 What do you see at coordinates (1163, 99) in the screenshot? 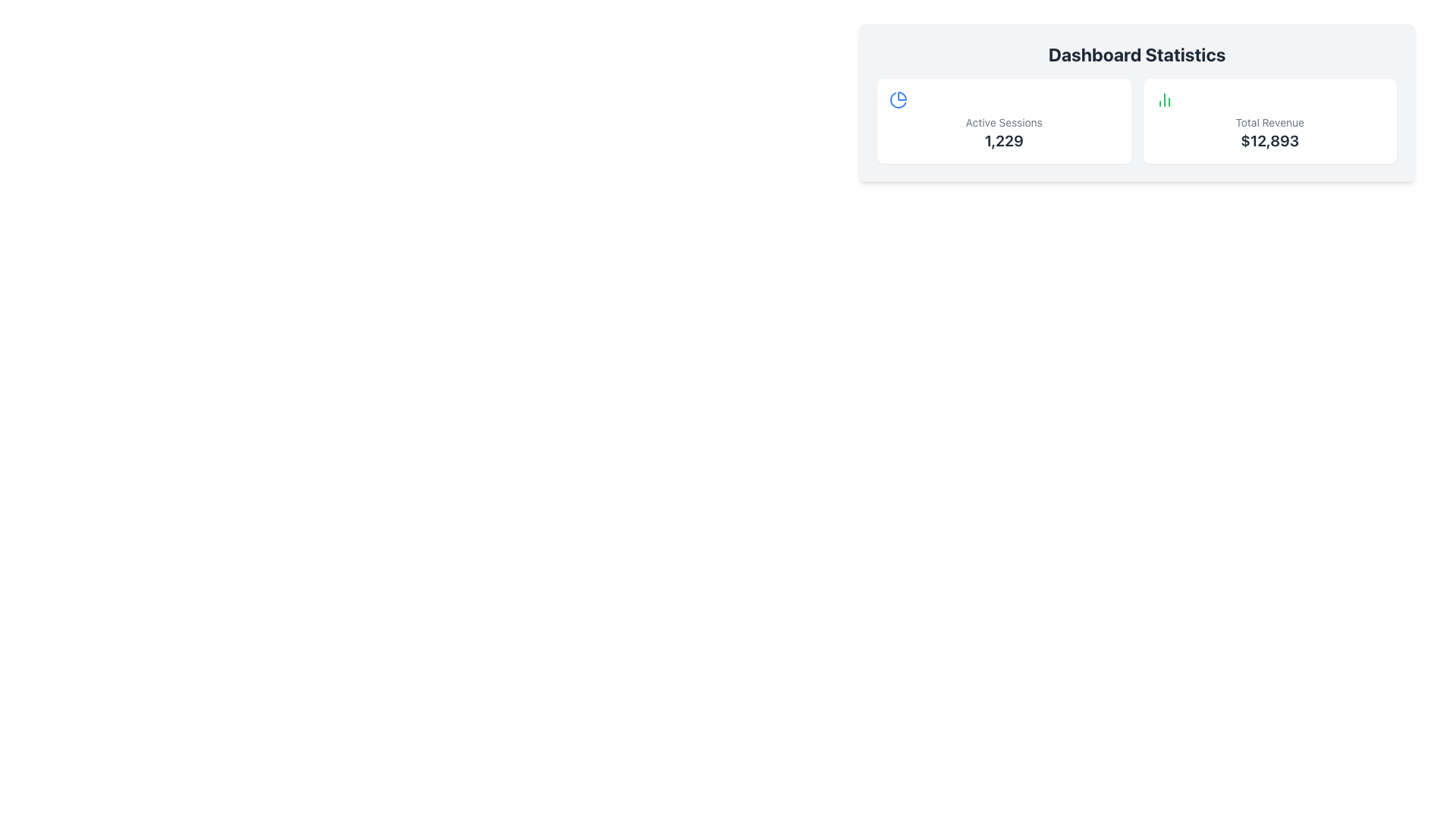
I see `the bar chart icon located in the 'Total Revenue' statistics box, which is styled in green and positioned above the text '$12,893'` at bounding box center [1163, 99].